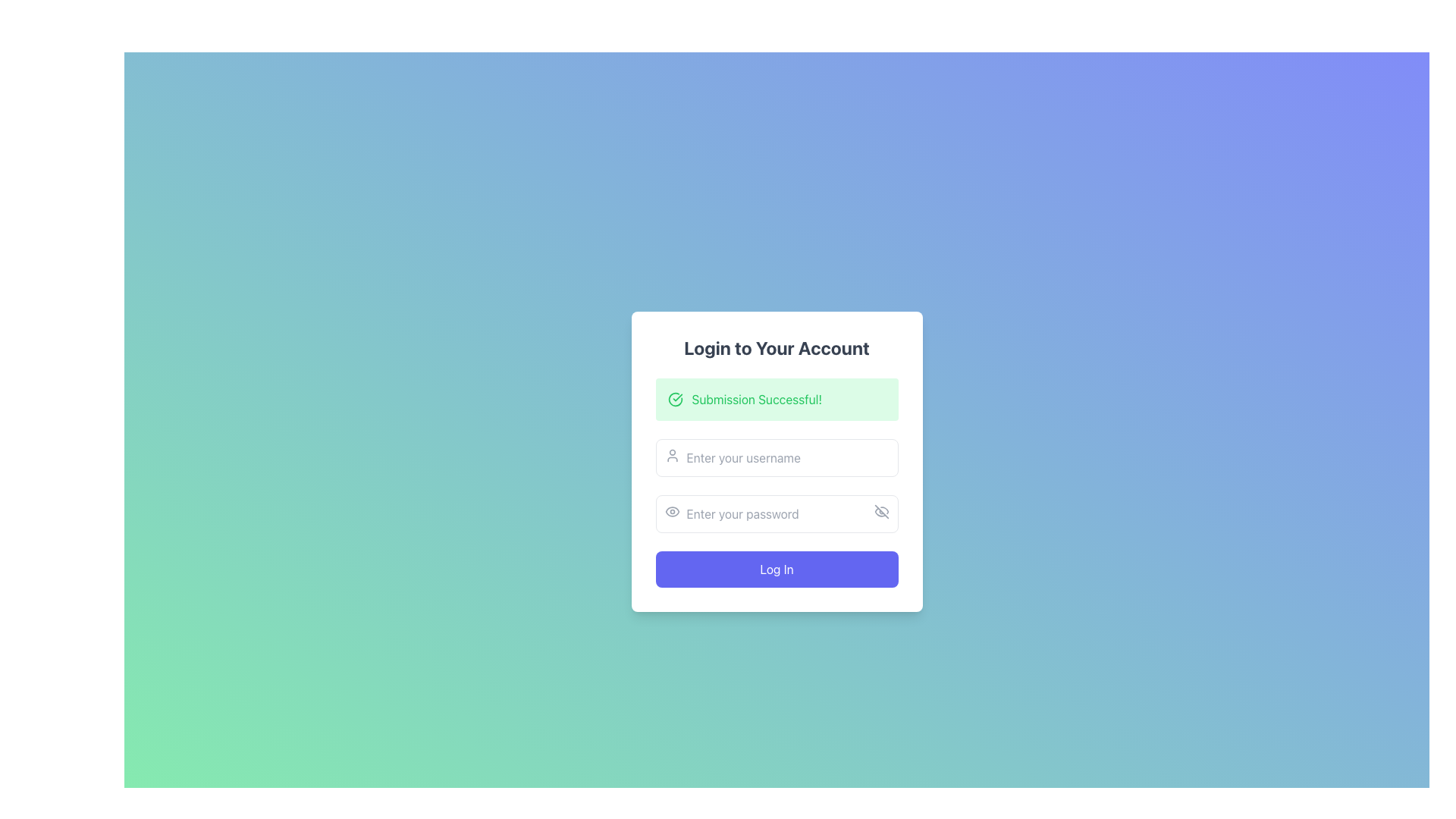 Image resolution: width=1456 pixels, height=819 pixels. What do you see at coordinates (674, 399) in the screenshot?
I see `the green circle icon with a thick outline and check mark symbol, located in the green notification bar displaying 'Submission Successful!' at the top of the login form` at bounding box center [674, 399].